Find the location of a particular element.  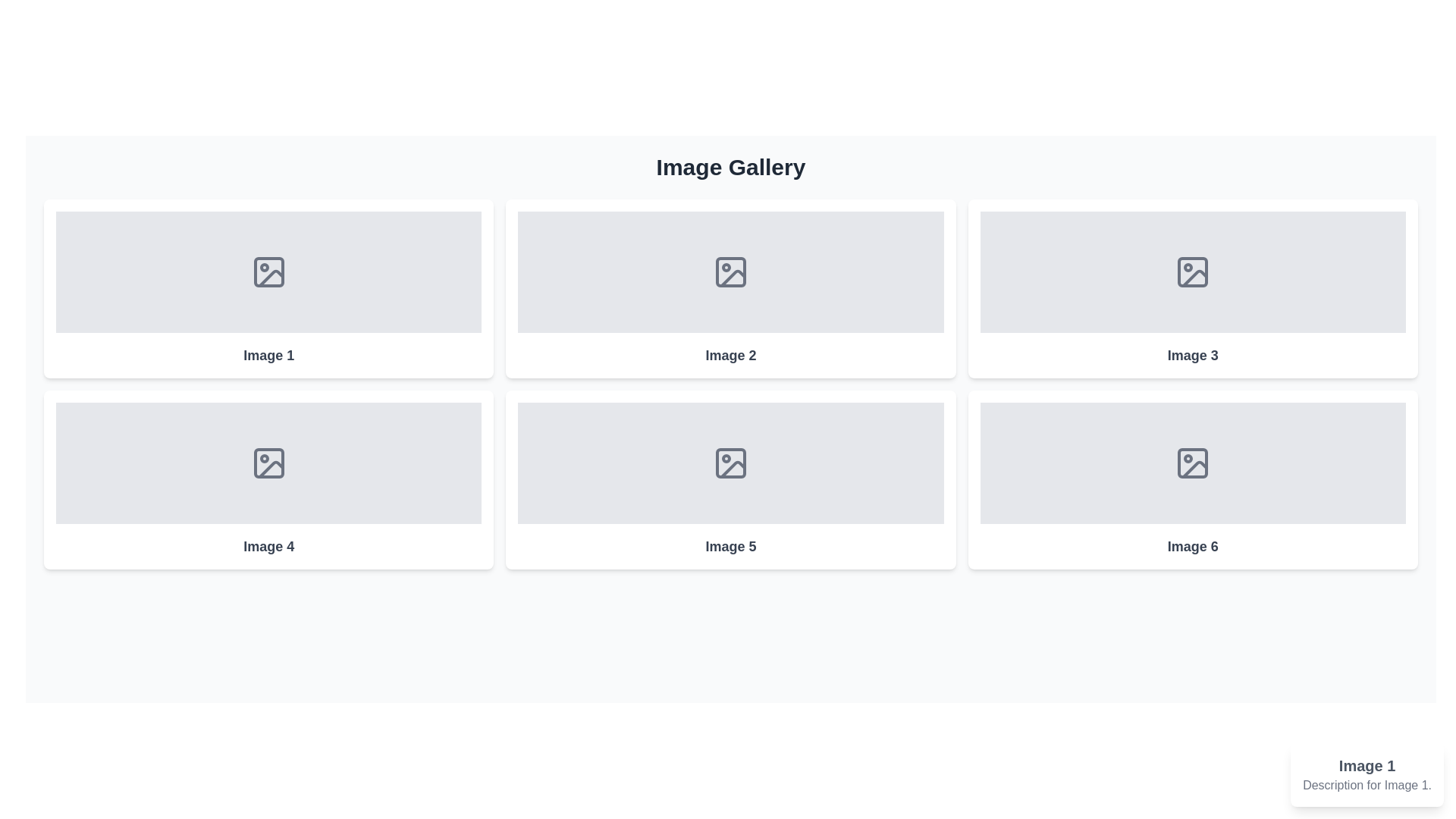

the icon styled as an image placeholder, which is a line-drawn image frame with a circle and a diagonal line, located in the lower row, second column of a 2x3 grid layout is located at coordinates (731, 462).